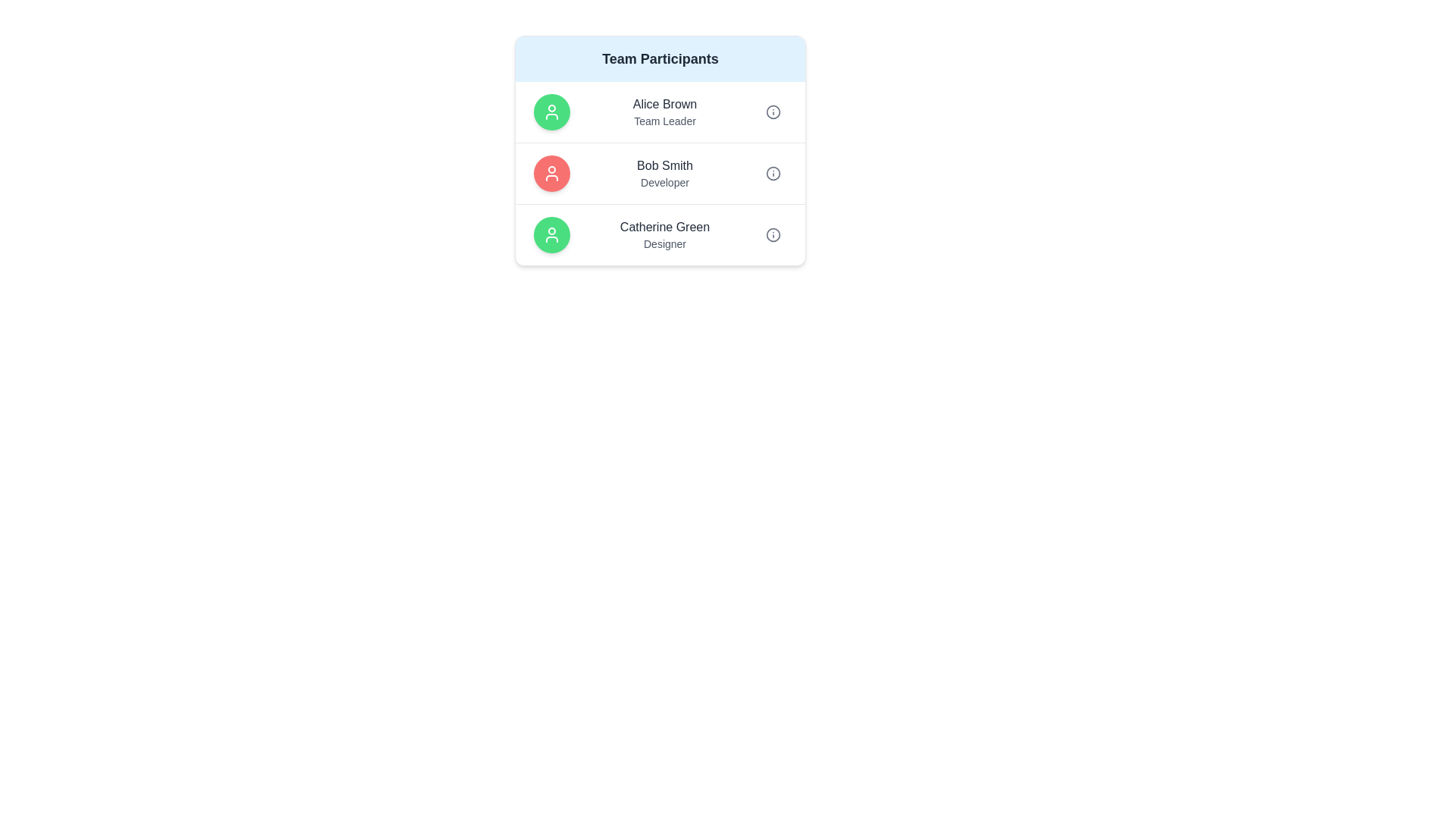  What do you see at coordinates (773, 234) in the screenshot?
I see `the SVG Circle element that serves as the background for the 'Catherine Green - Designer' profile icon` at bounding box center [773, 234].